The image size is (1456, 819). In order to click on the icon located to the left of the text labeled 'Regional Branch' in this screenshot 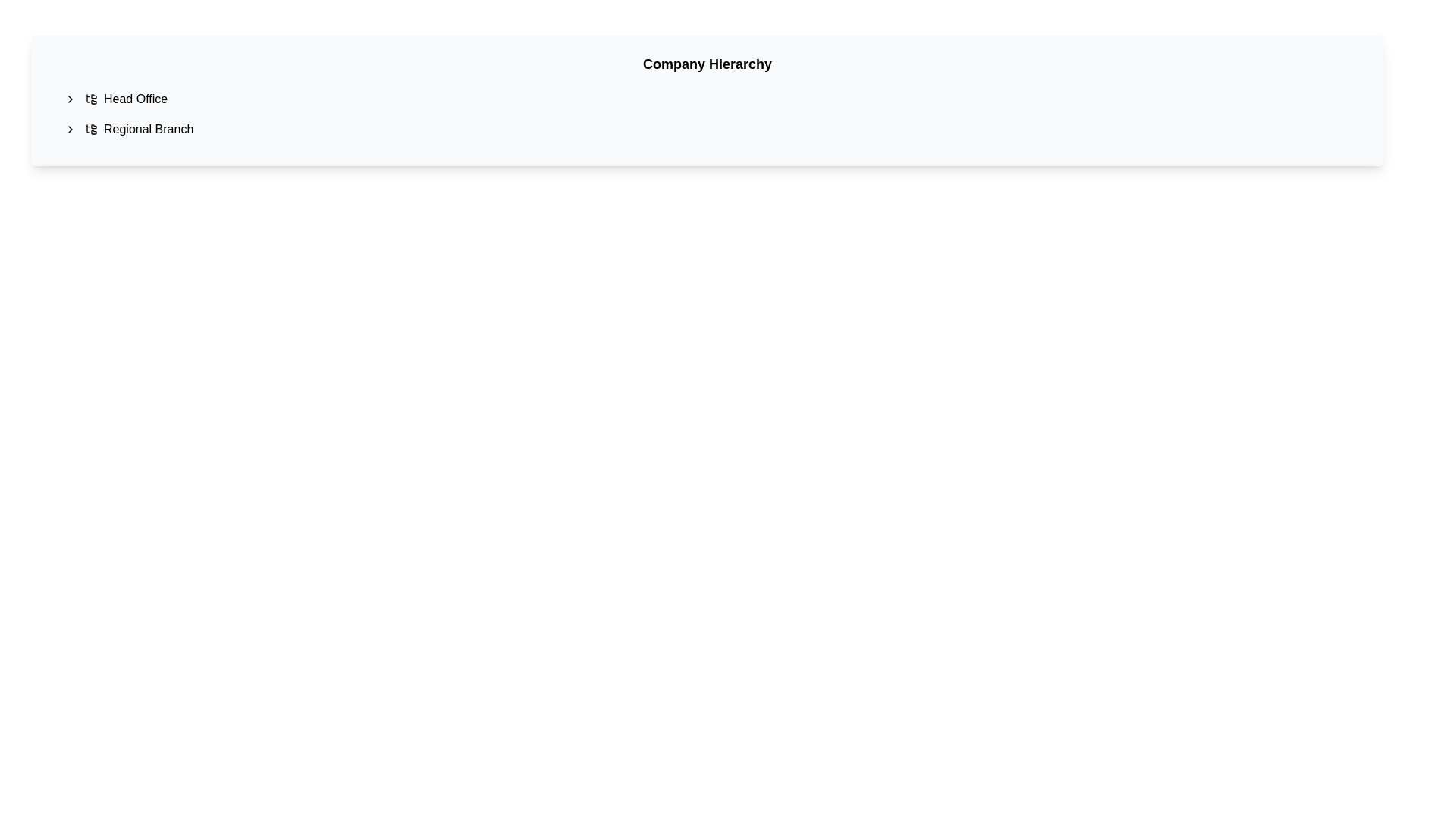, I will do `click(69, 128)`.